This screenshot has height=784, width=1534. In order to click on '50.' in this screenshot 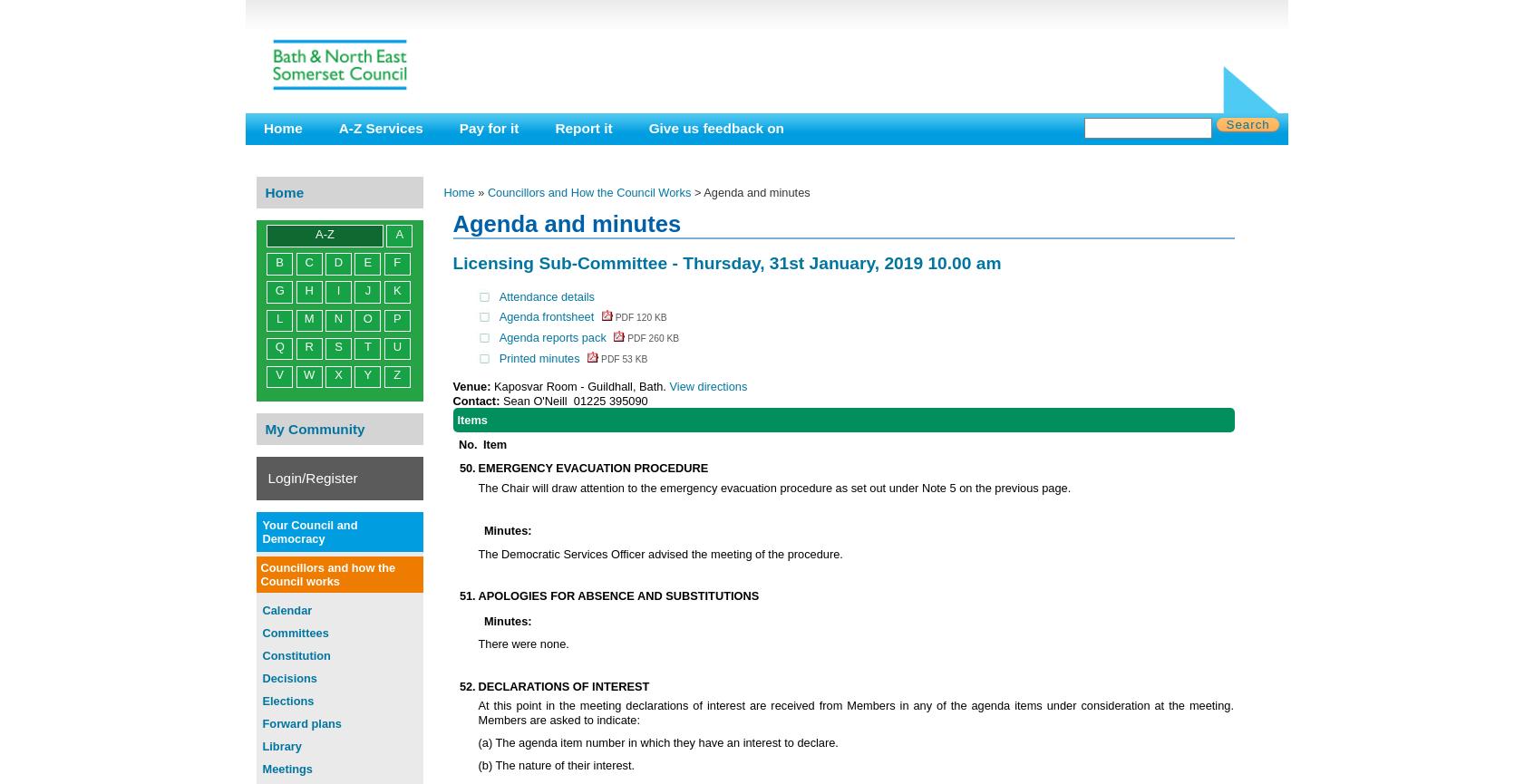, I will do `click(467, 467)`.